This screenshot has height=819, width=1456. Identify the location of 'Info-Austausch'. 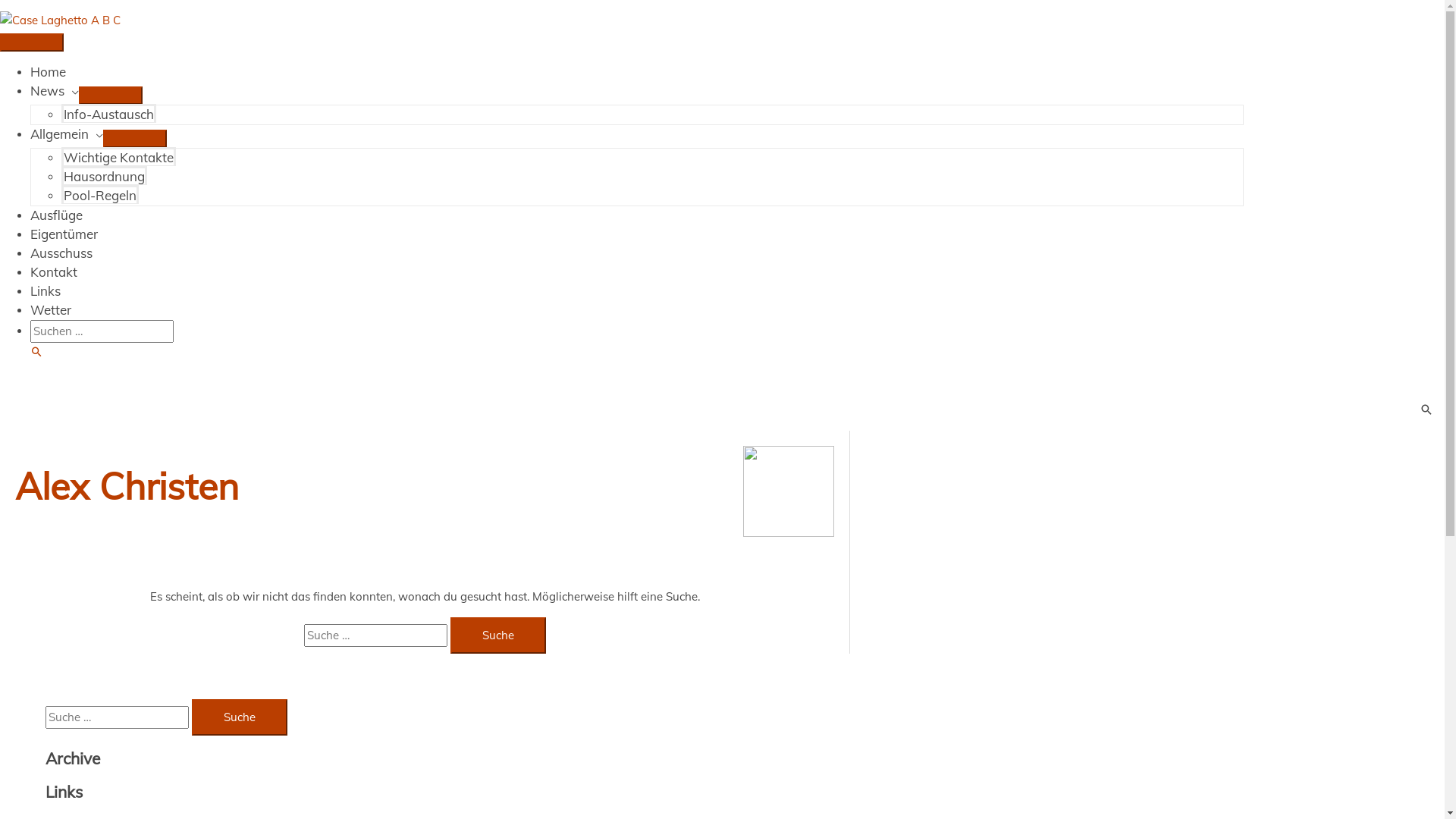
(108, 112).